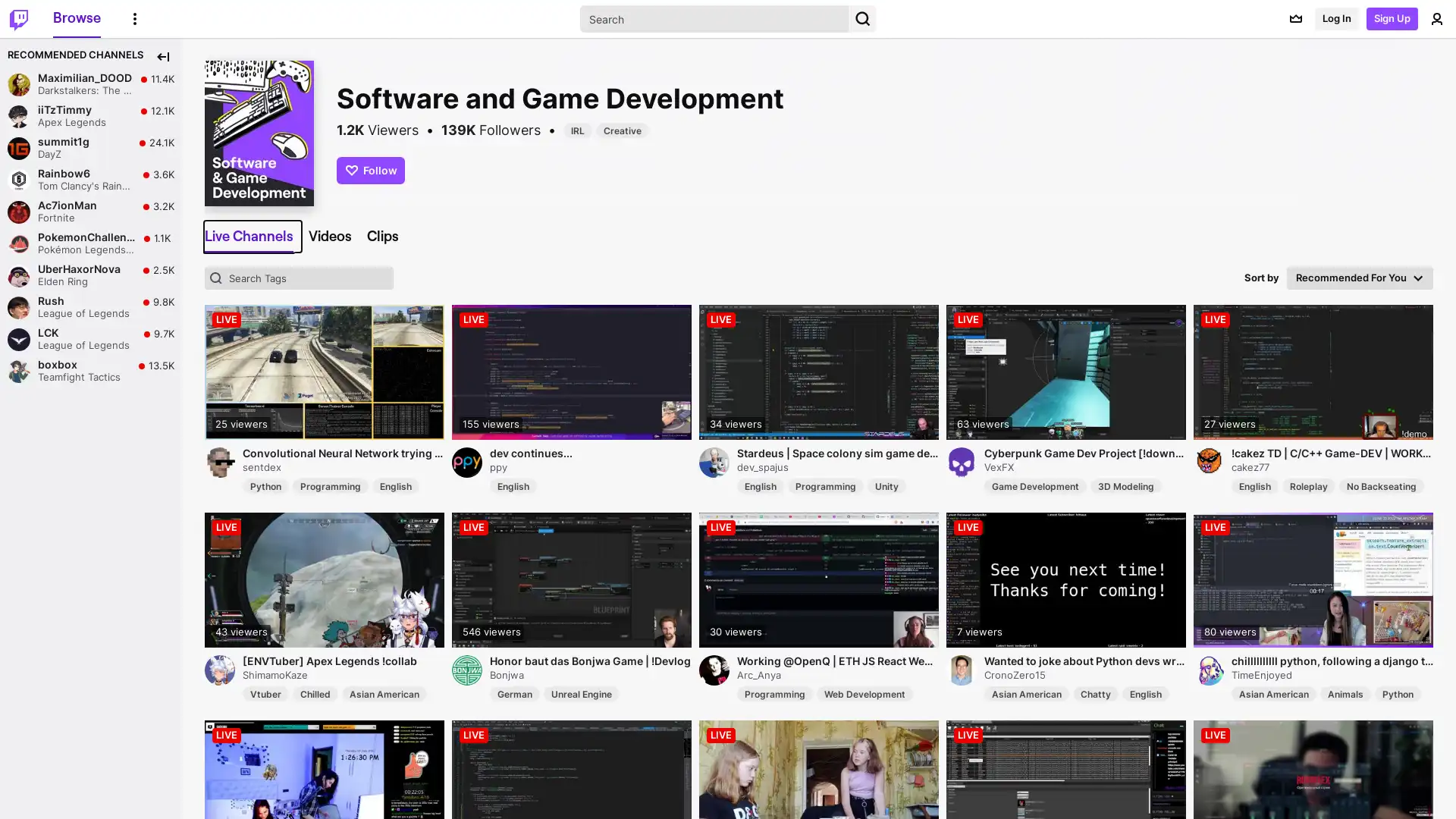 Image resolution: width=1456 pixels, height=819 pixels. Describe the element at coordinates (163, 55) in the screenshot. I see `Collapse Side Nav` at that location.